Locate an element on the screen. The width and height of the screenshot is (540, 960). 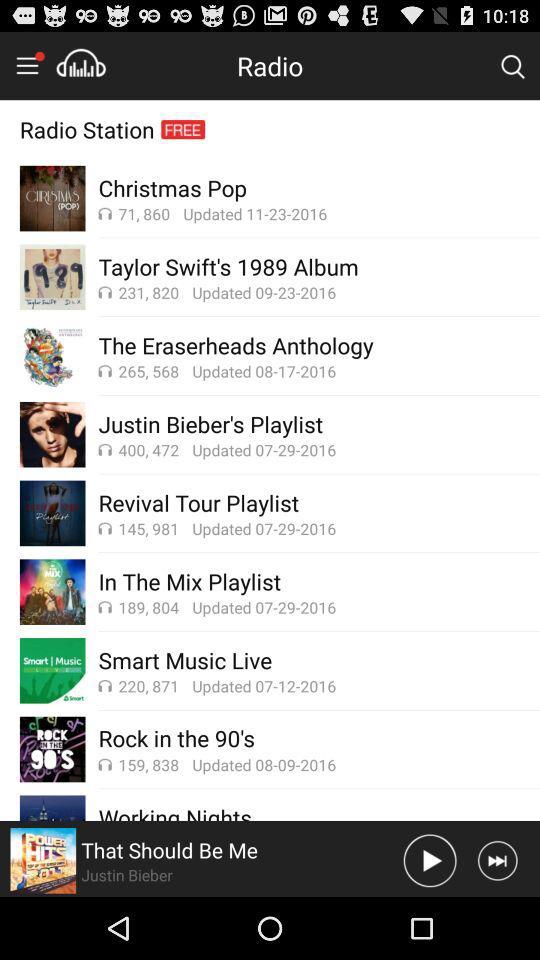
expand current song is located at coordinates (43, 859).